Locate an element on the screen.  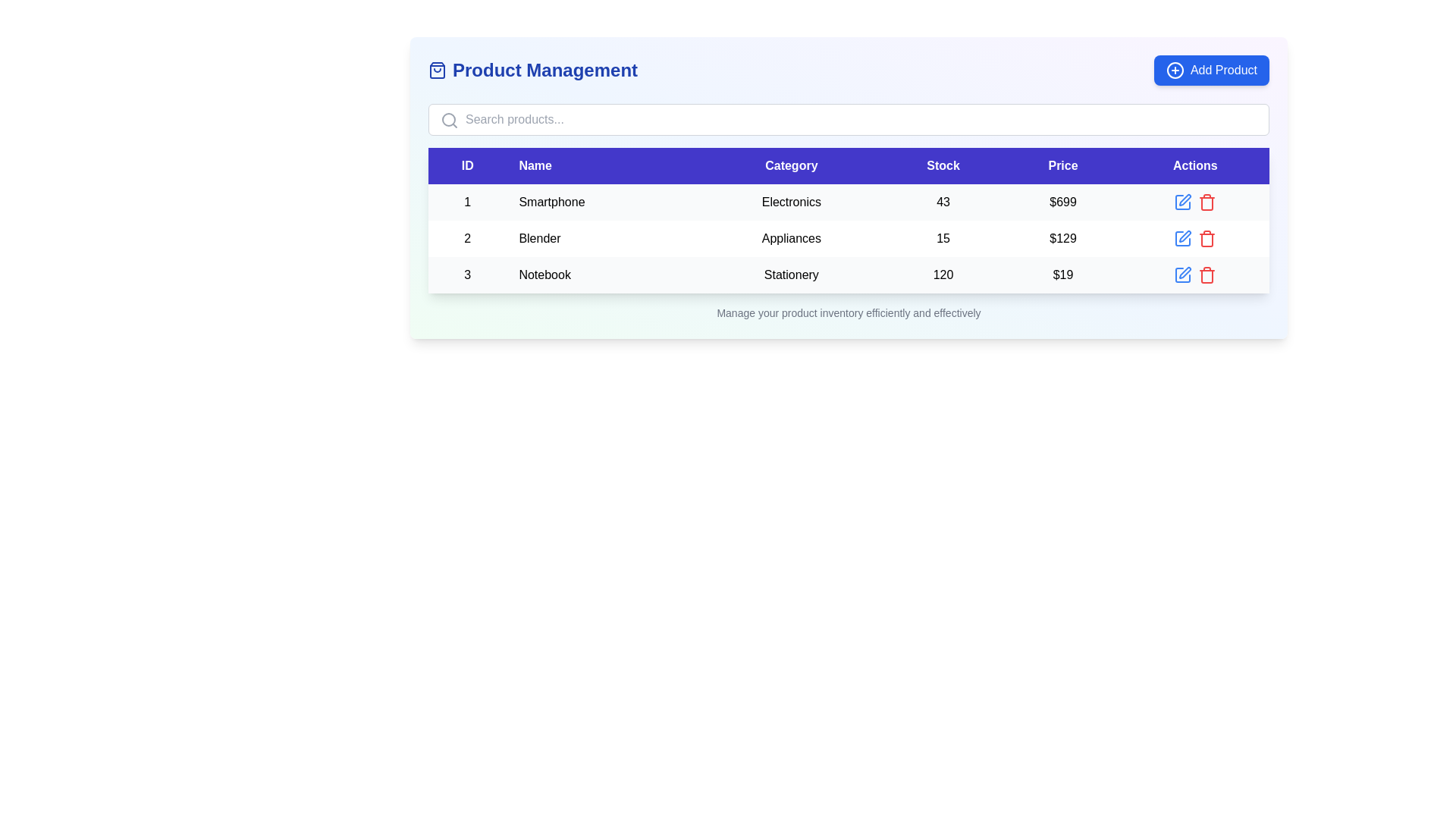
the edit icon located in the 'Actions' column of the table row labeled 'Notebook' to invoke the edit action is located at coordinates (1185, 199).